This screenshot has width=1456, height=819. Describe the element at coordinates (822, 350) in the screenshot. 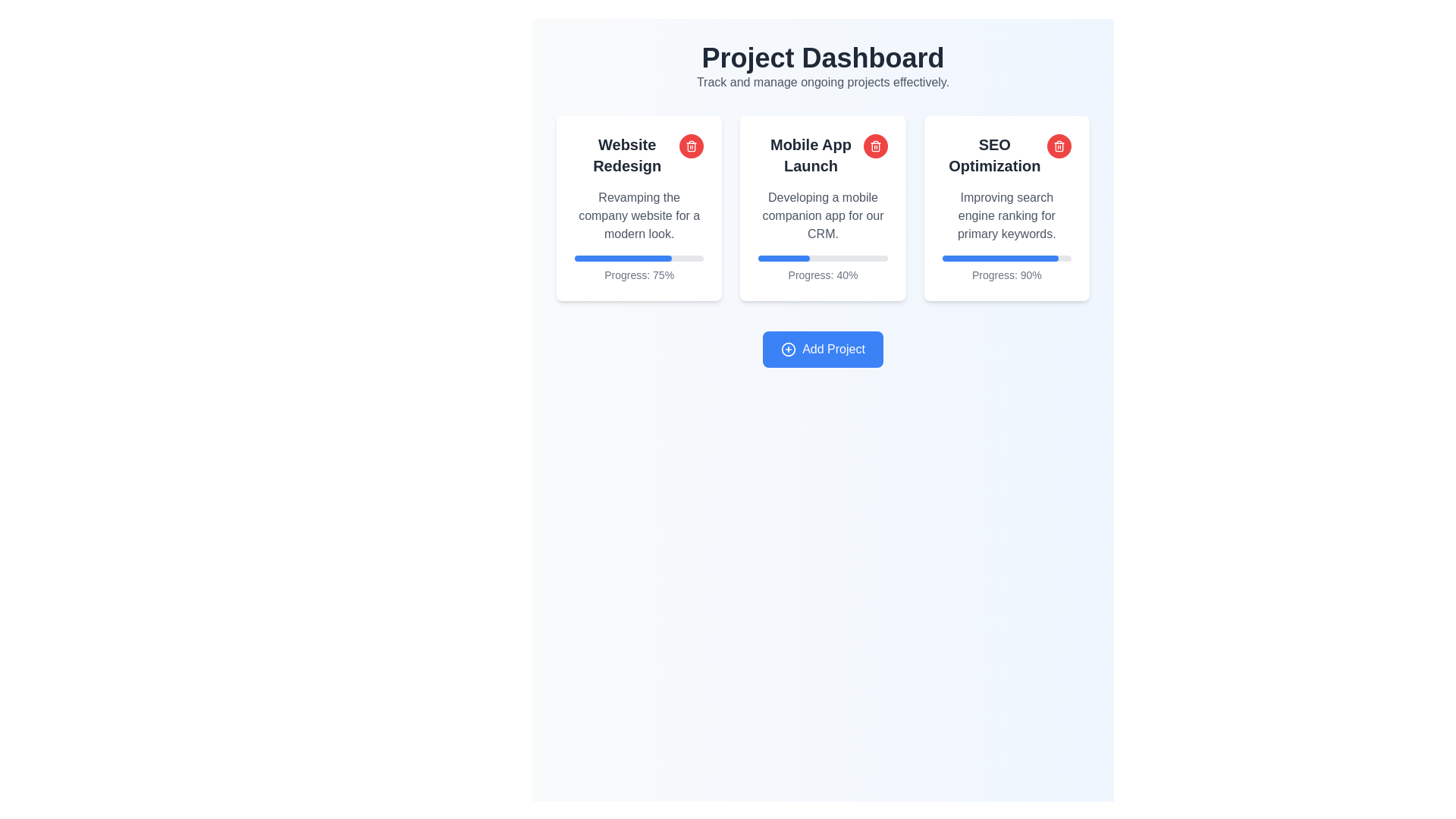

I see `the button located below the project cards` at that location.